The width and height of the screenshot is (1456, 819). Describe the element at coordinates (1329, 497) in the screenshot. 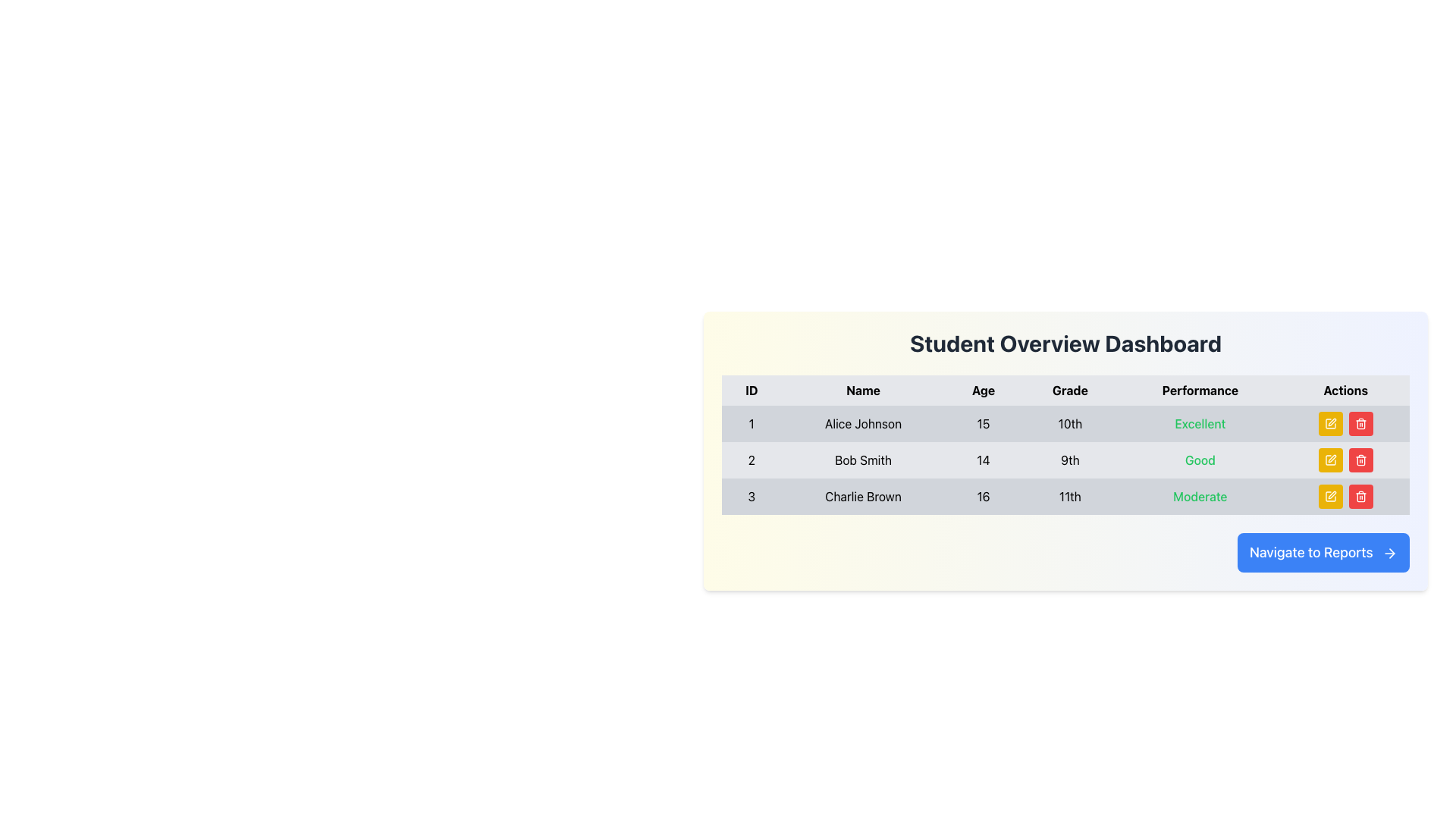

I see `the edit button in the 'Actions' column of the third row in the table to modify the details for 'Charlie Brown'` at that location.